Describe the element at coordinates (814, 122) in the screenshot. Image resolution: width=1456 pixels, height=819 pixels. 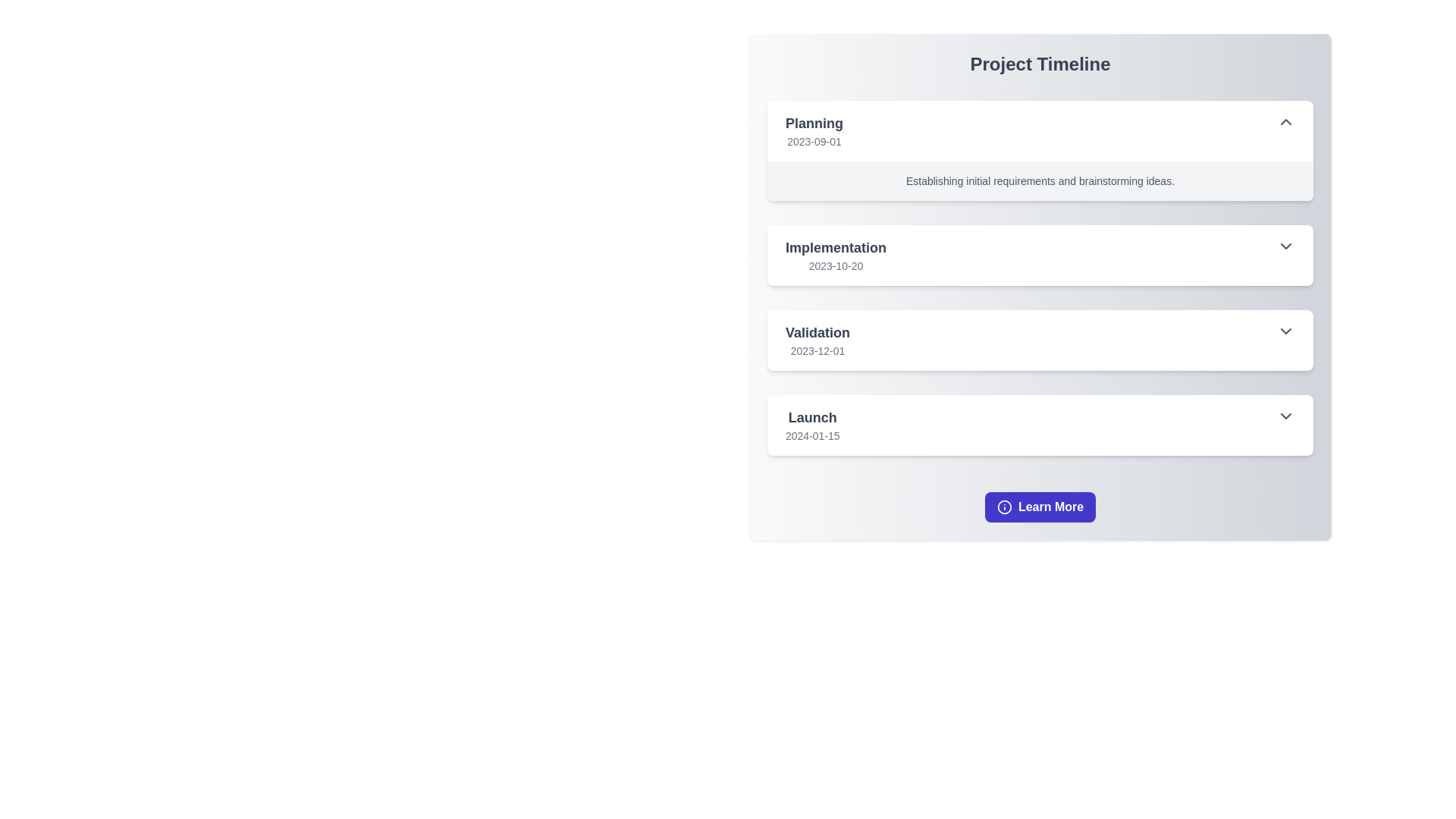
I see `the Text label that serves as the title or header of the first segment of the timeline, summarizing the segment's main theme or purpose` at that location.